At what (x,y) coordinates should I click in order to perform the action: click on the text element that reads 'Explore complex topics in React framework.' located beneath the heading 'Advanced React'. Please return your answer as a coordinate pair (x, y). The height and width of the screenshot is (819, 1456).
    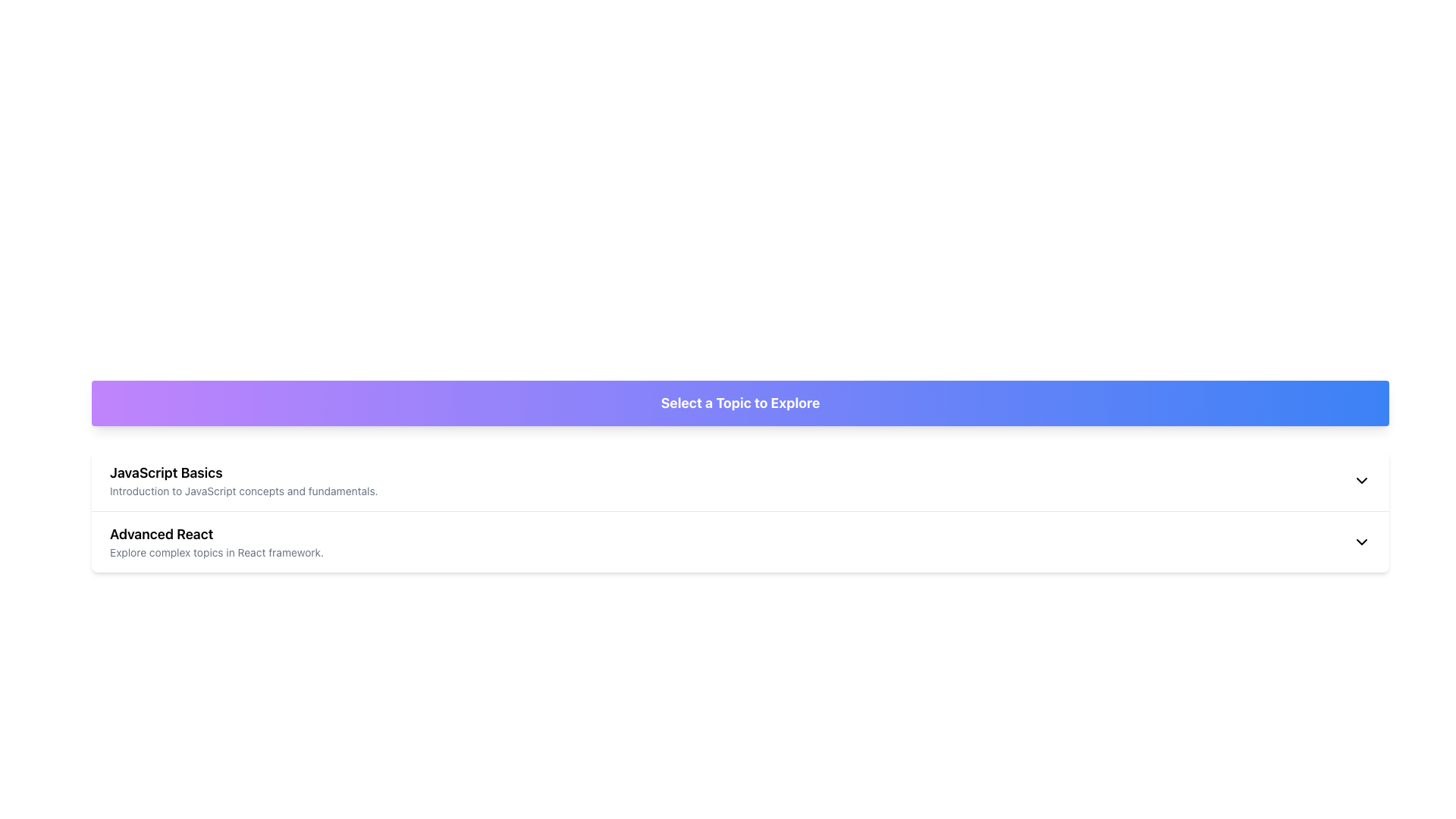
    Looking at the image, I should click on (216, 553).